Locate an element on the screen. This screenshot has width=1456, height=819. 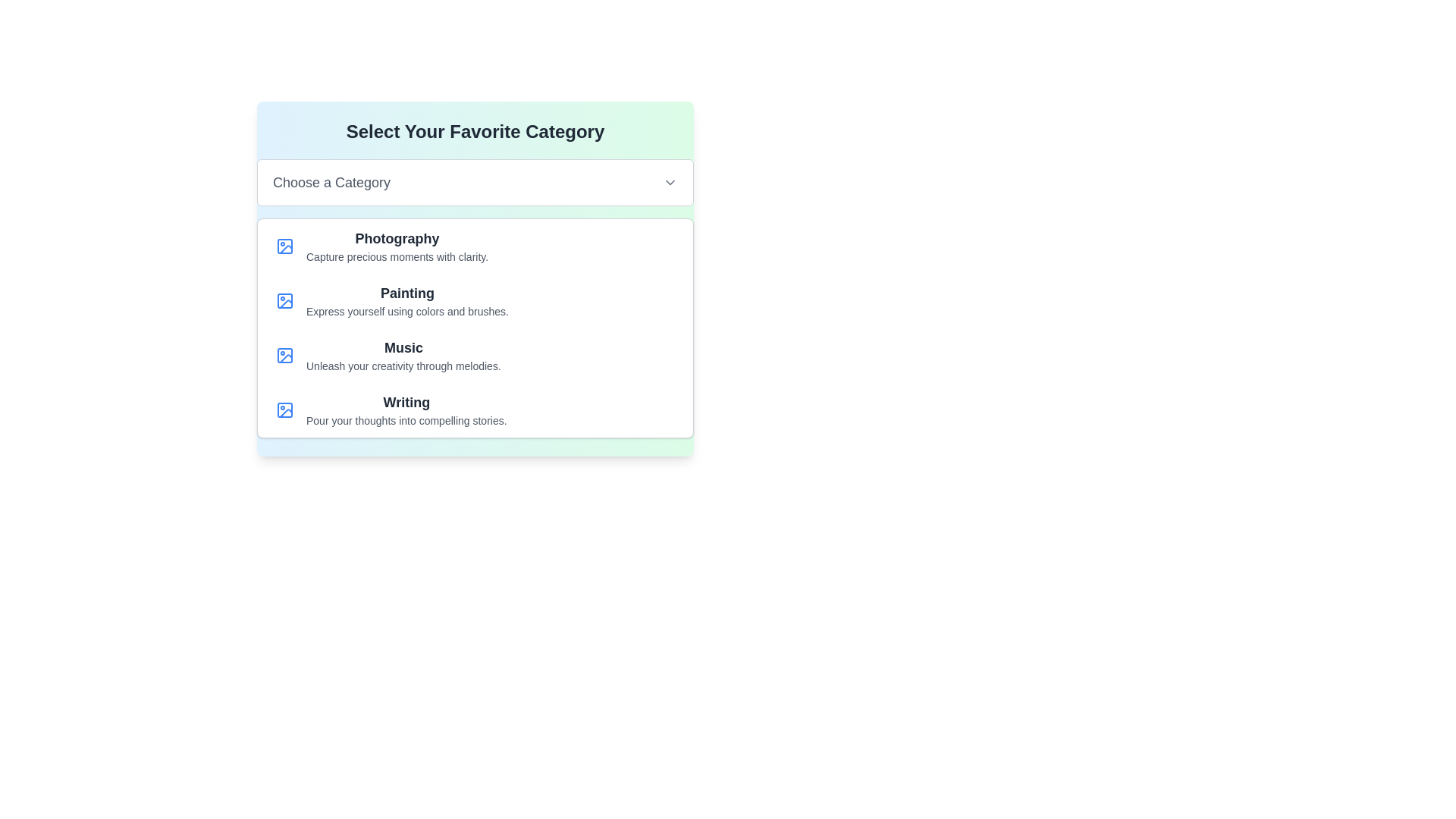
the 'Photography' category heading, which is displayed in bold and large gray font, located in the section labeled 'Select Your Favorite Category.' is located at coordinates (397, 239).